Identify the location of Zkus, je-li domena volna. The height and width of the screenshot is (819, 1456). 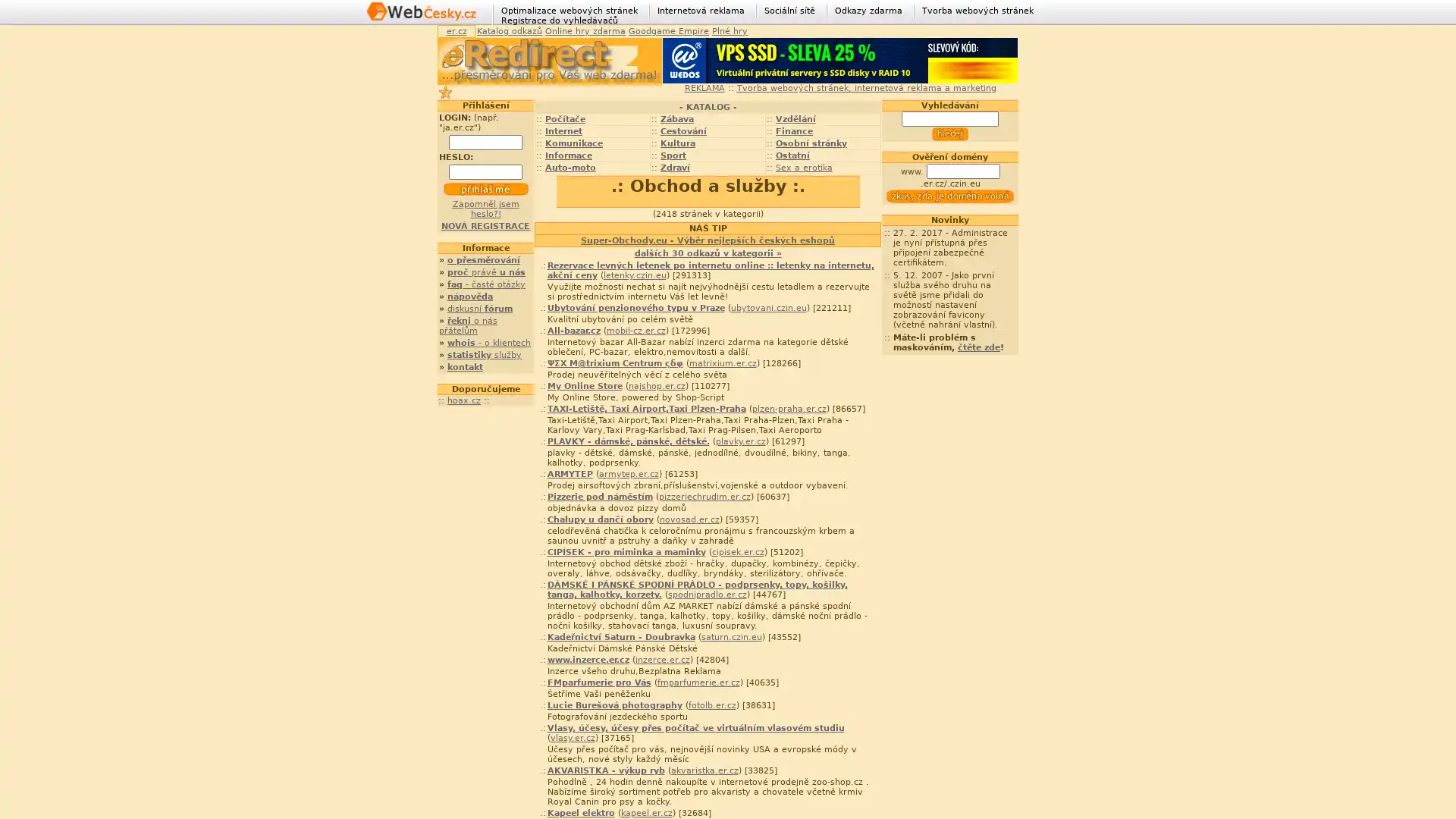
(949, 195).